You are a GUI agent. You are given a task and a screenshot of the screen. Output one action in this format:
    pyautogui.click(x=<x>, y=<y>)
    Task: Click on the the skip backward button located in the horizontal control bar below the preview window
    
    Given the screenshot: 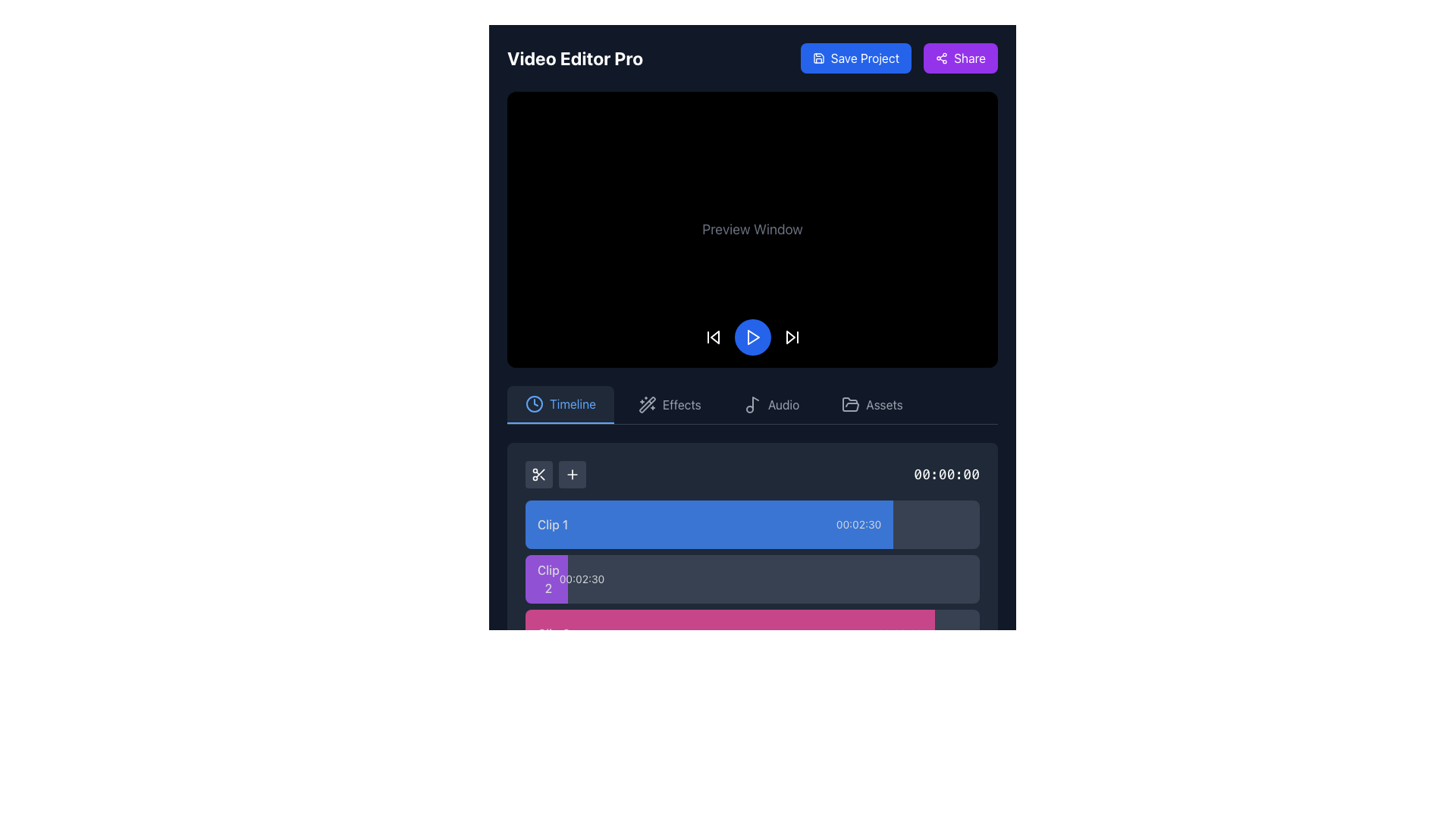 What is the action you would take?
    pyautogui.click(x=712, y=336)
    